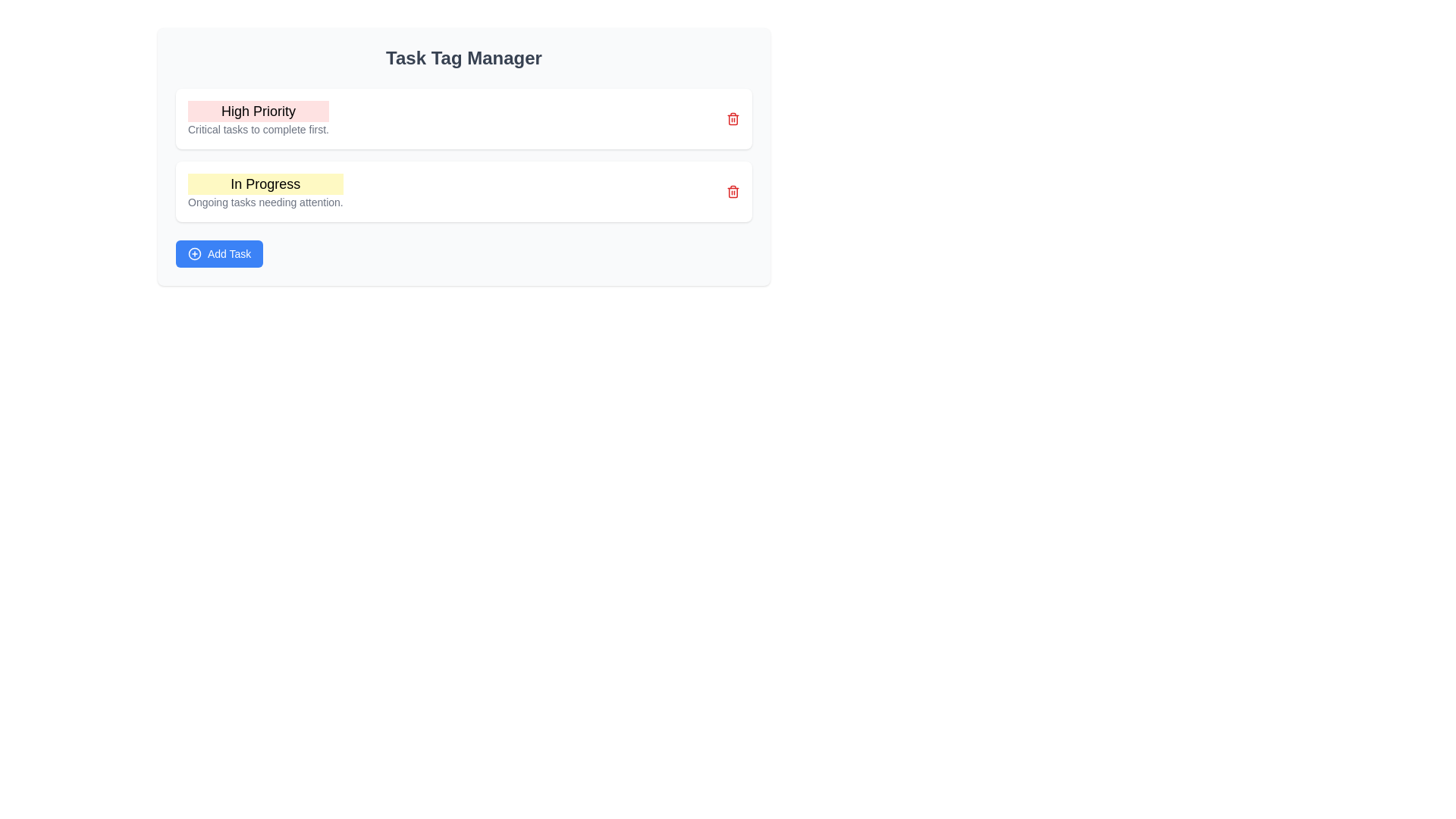  What do you see at coordinates (733, 118) in the screenshot?
I see `the small red trash icon button located at the top-right corner of the 'High Priority' card` at bounding box center [733, 118].